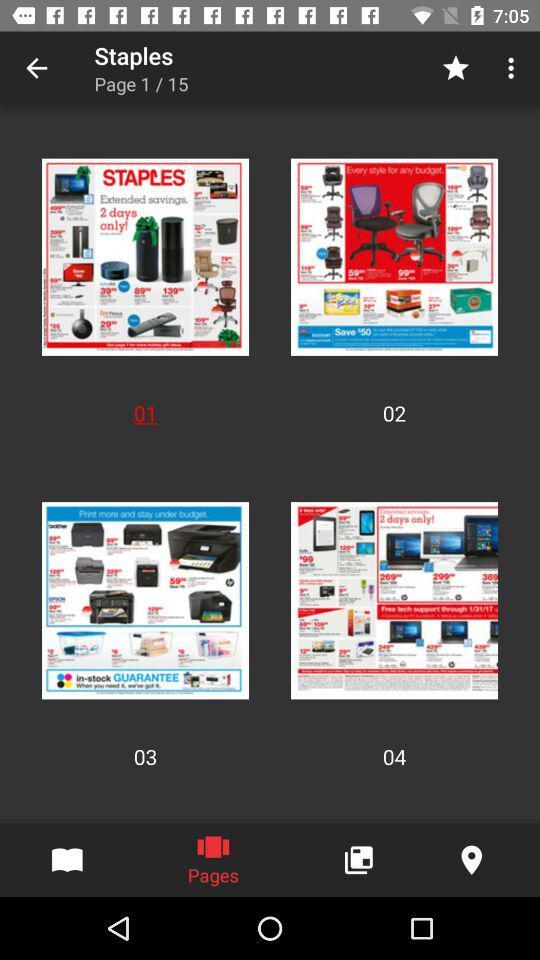 The width and height of the screenshot is (540, 960). I want to click on second option in first row, so click(394, 256).